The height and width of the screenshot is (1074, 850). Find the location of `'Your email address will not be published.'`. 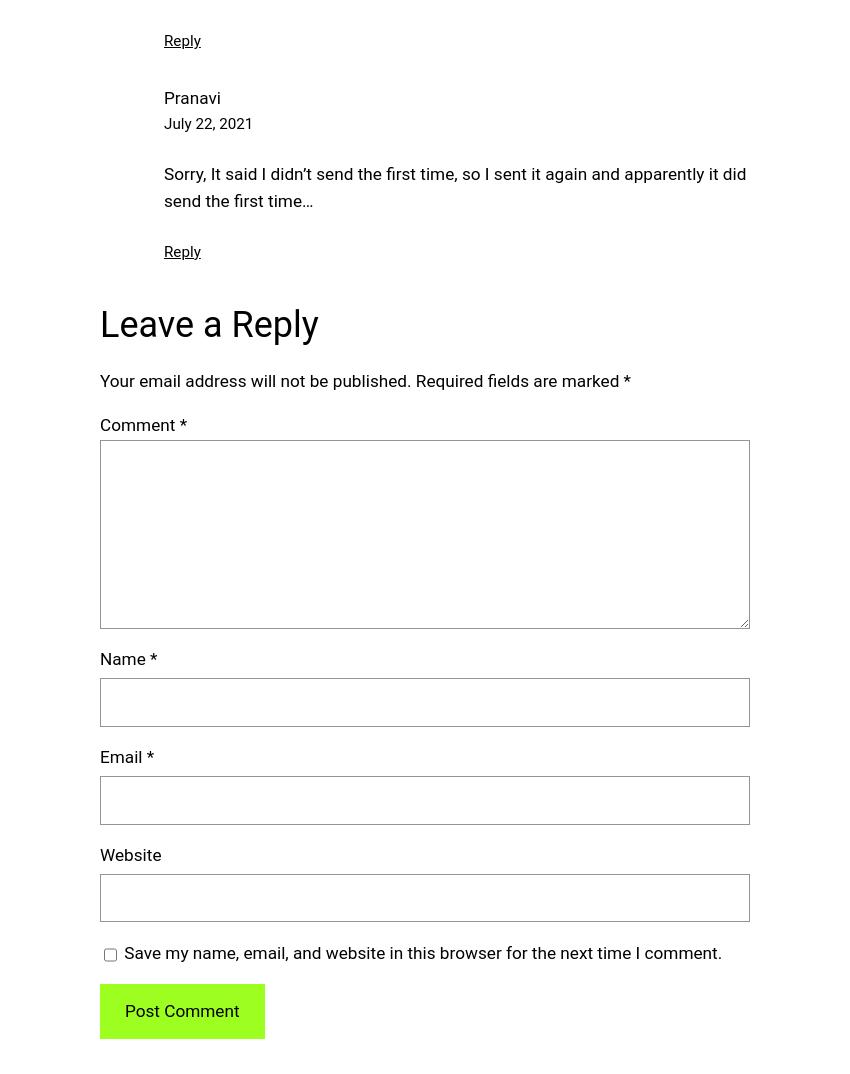

'Your email address will not be published.' is located at coordinates (255, 379).